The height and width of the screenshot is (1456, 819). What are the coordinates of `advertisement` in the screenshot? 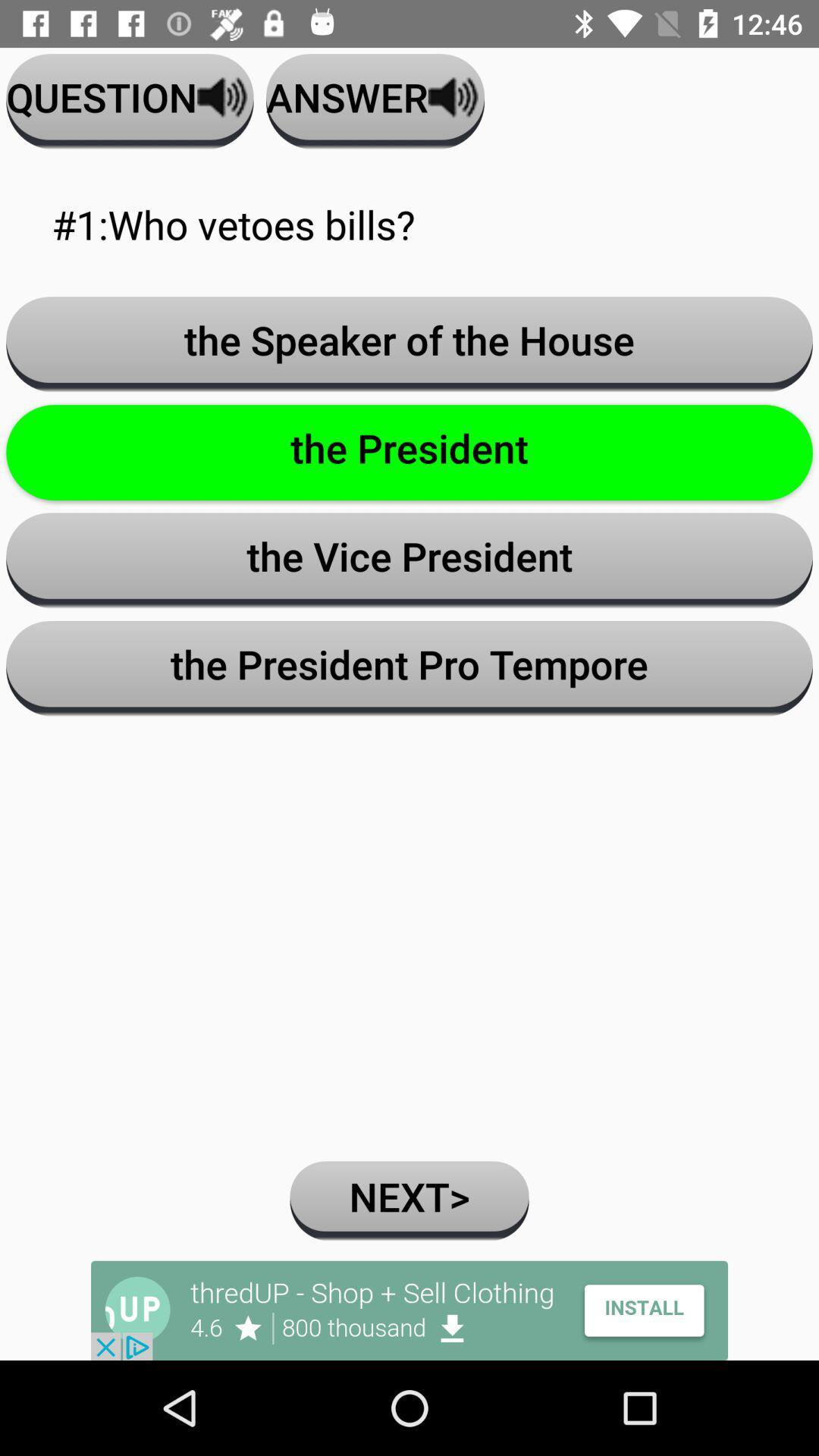 It's located at (409, 1310).